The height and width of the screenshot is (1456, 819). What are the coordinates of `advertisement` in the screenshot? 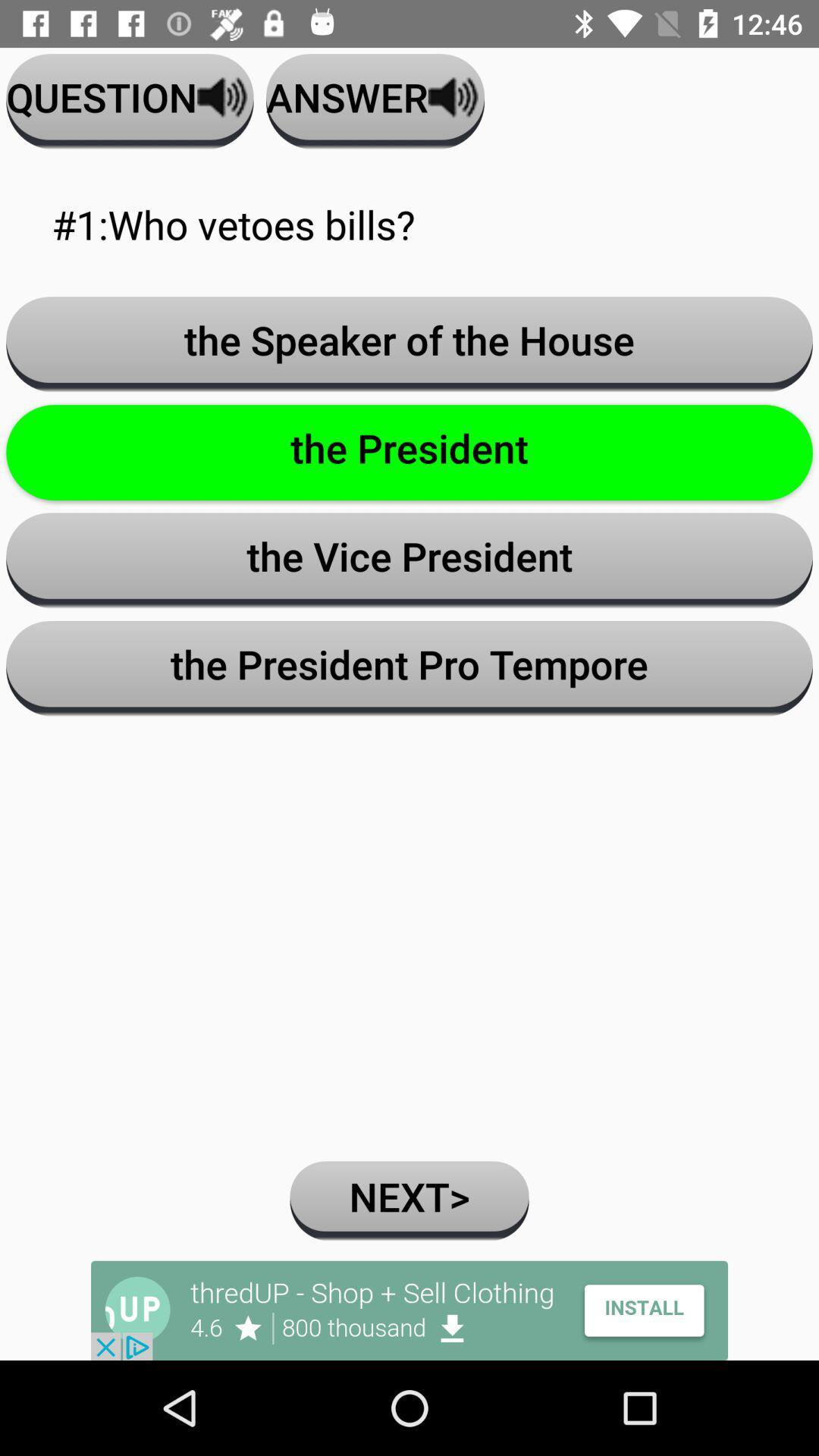 It's located at (409, 1310).